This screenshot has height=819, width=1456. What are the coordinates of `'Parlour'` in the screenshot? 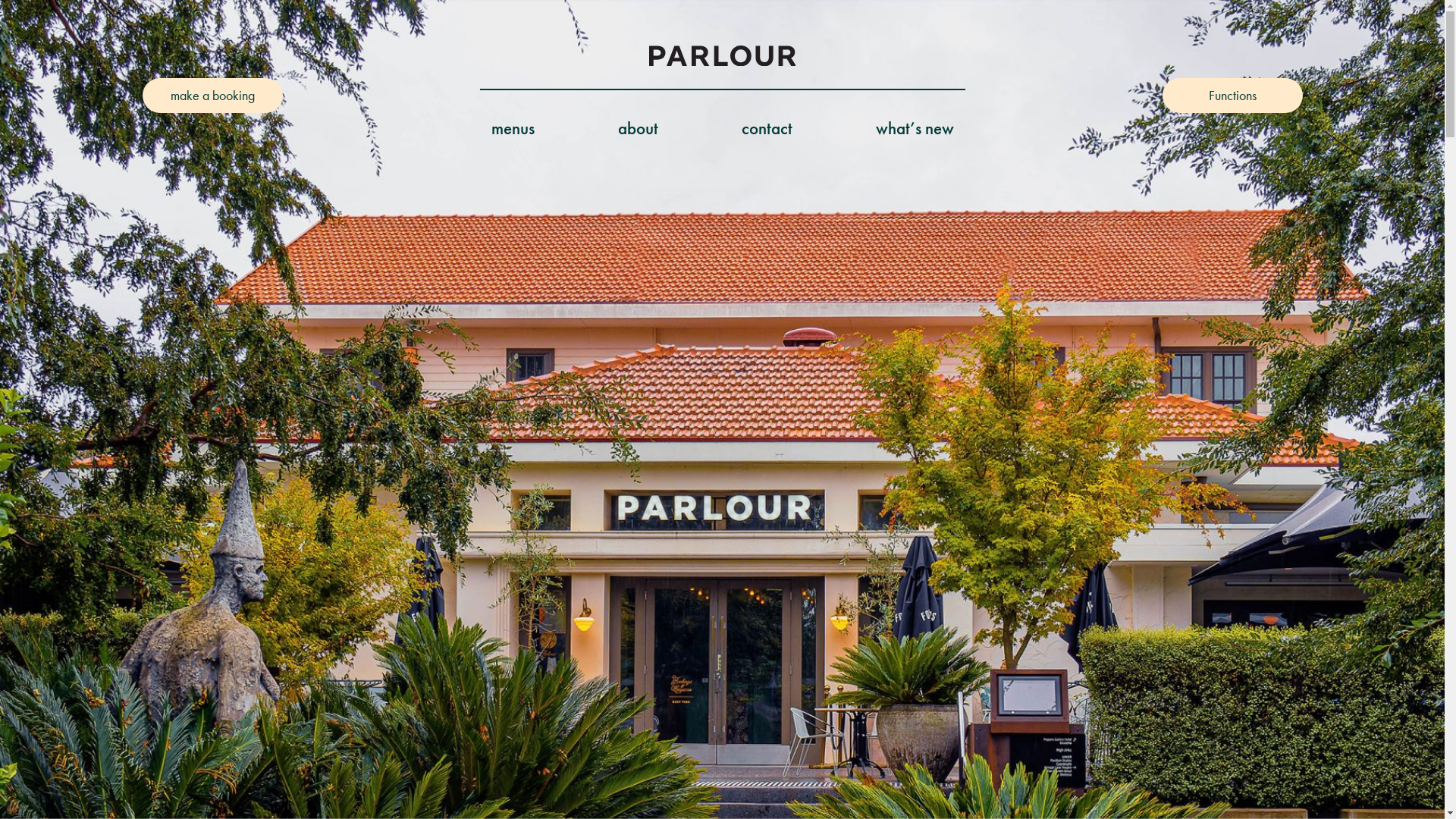 It's located at (648, 55).